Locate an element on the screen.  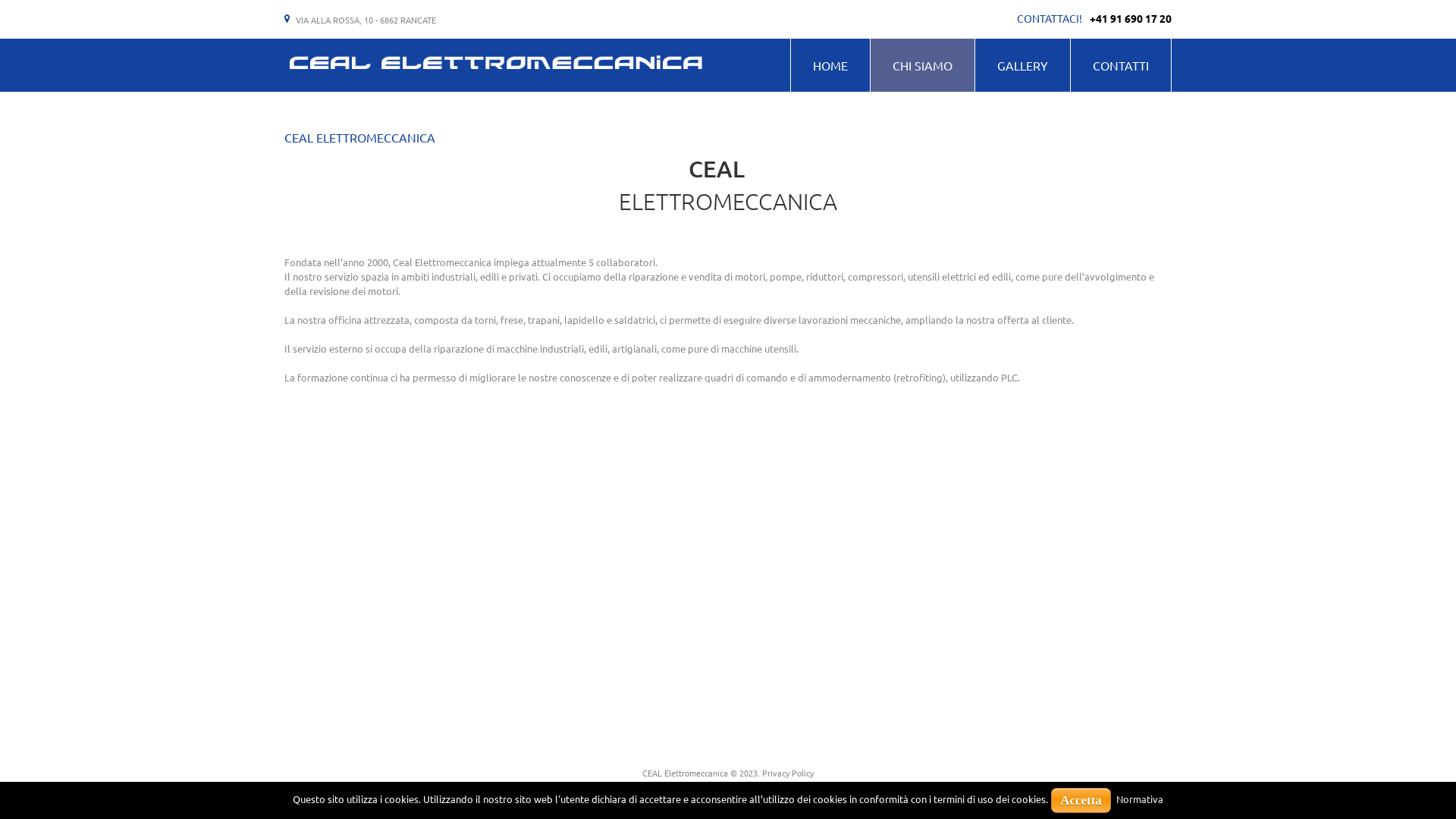
'Normativa' is located at coordinates (1139, 798).